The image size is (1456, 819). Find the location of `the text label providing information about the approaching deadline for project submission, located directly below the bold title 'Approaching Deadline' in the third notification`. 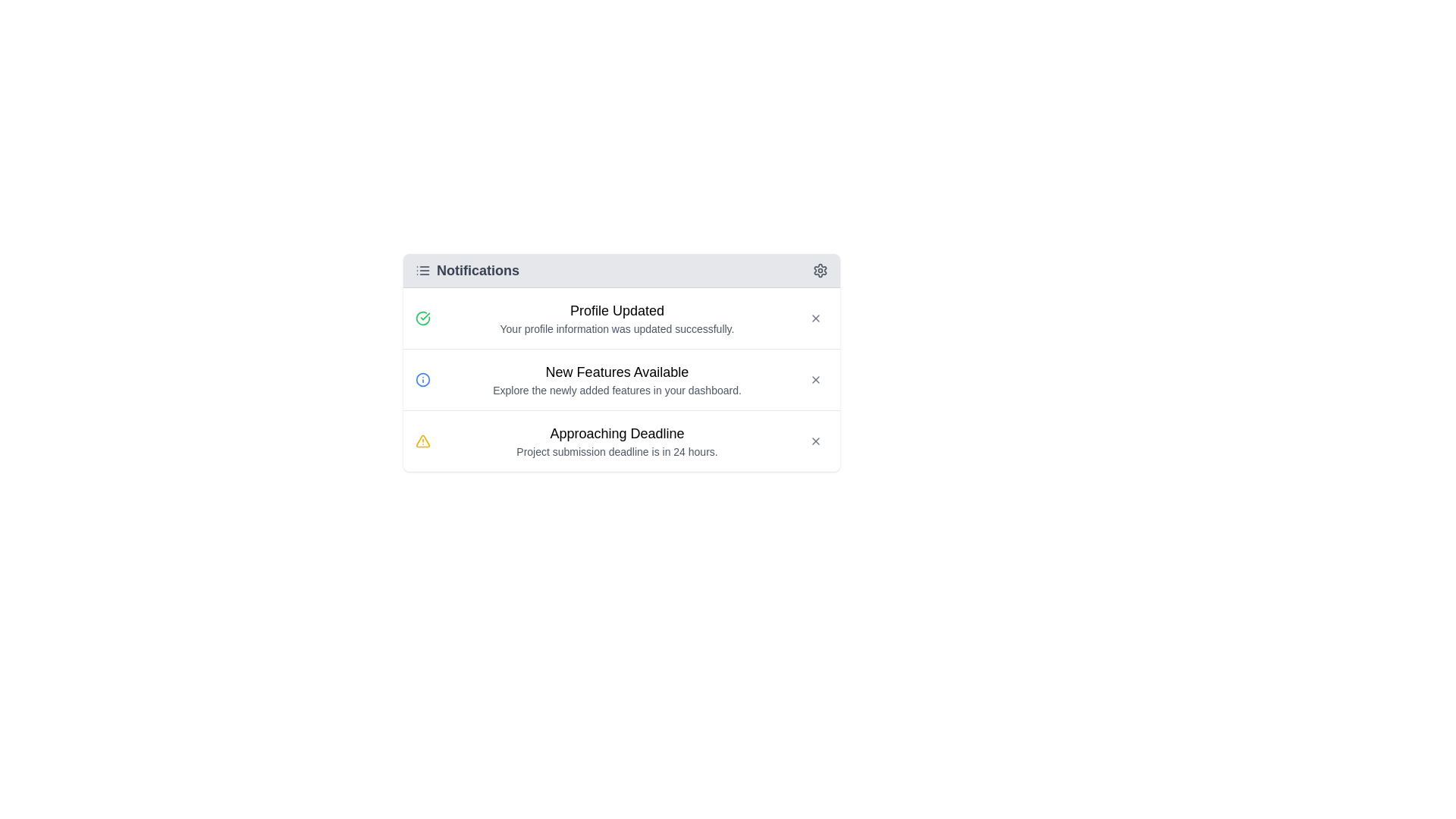

the text label providing information about the approaching deadline for project submission, located directly below the bold title 'Approaching Deadline' in the third notification is located at coordinates (617, 451).